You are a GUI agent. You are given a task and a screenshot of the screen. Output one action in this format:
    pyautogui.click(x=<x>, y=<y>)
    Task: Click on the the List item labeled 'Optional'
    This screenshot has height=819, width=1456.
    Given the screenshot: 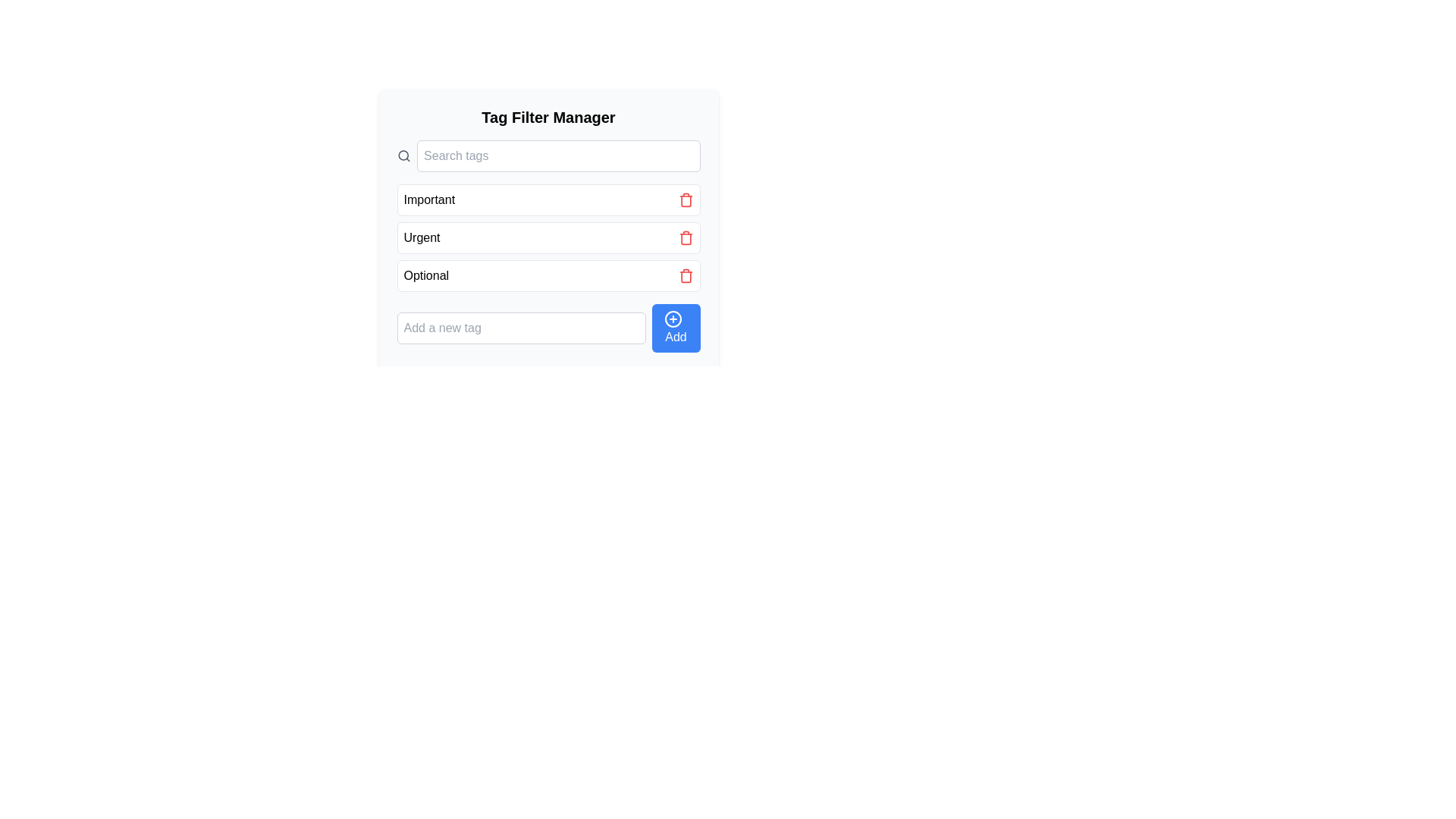 What is the action you would take?
    pyautogui.click(x=548, y=275)
    